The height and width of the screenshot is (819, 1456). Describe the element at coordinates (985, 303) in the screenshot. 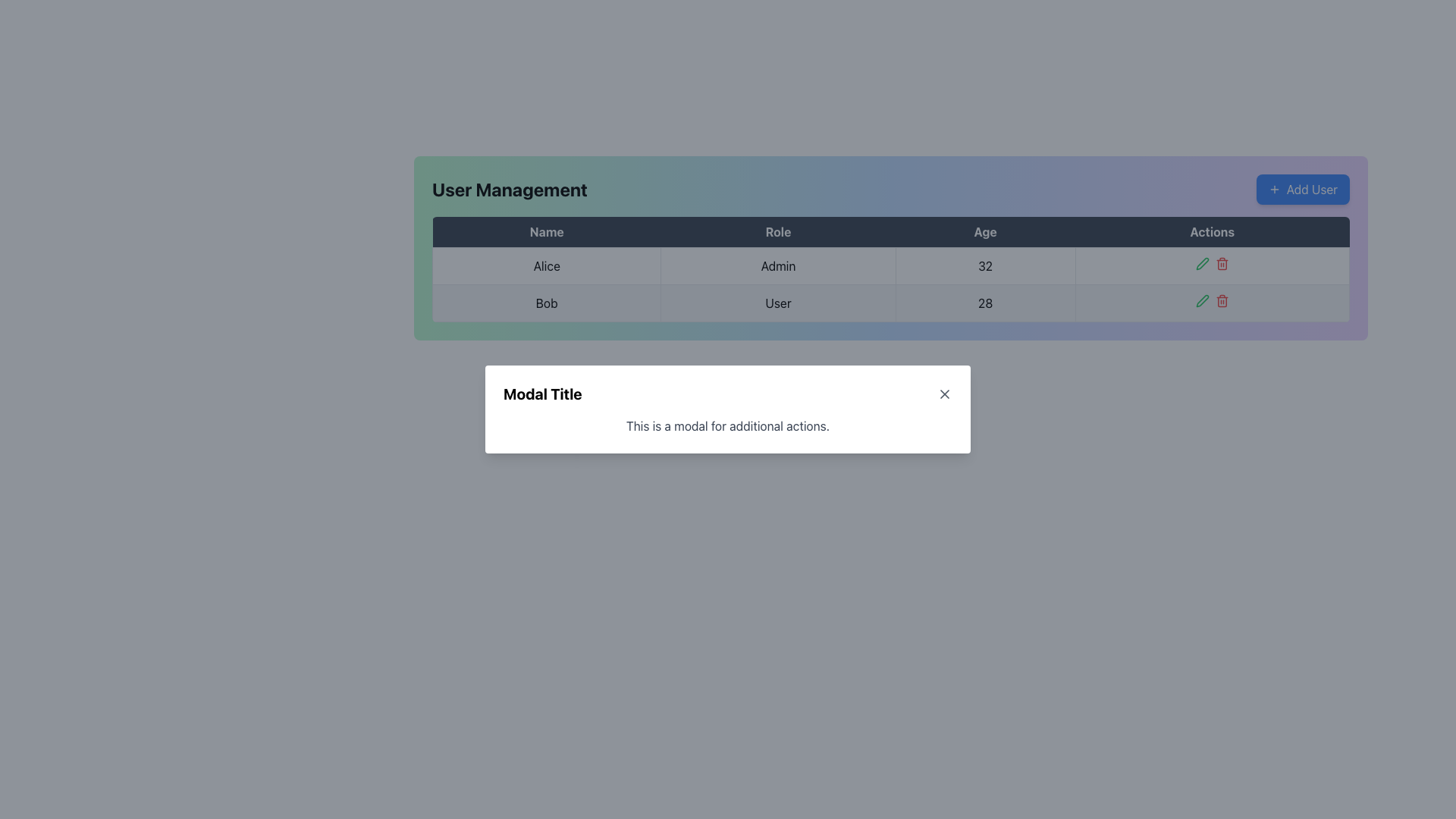

I see `the age display for user 'Bob' located in the 'User Management' table, specifically in the fourth column of the second row` at that location.